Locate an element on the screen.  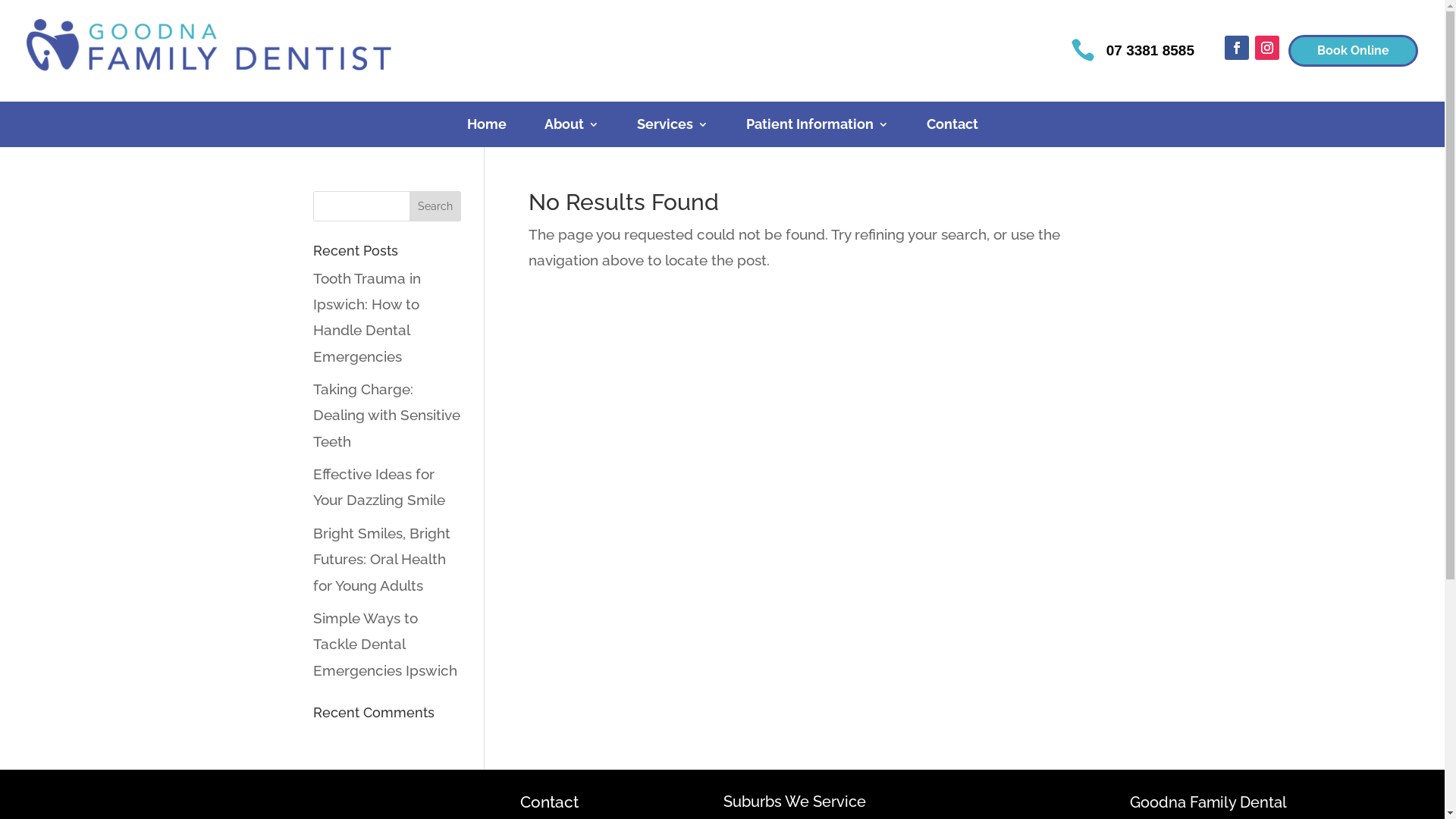
'About' is located at coordinates (544, 127).